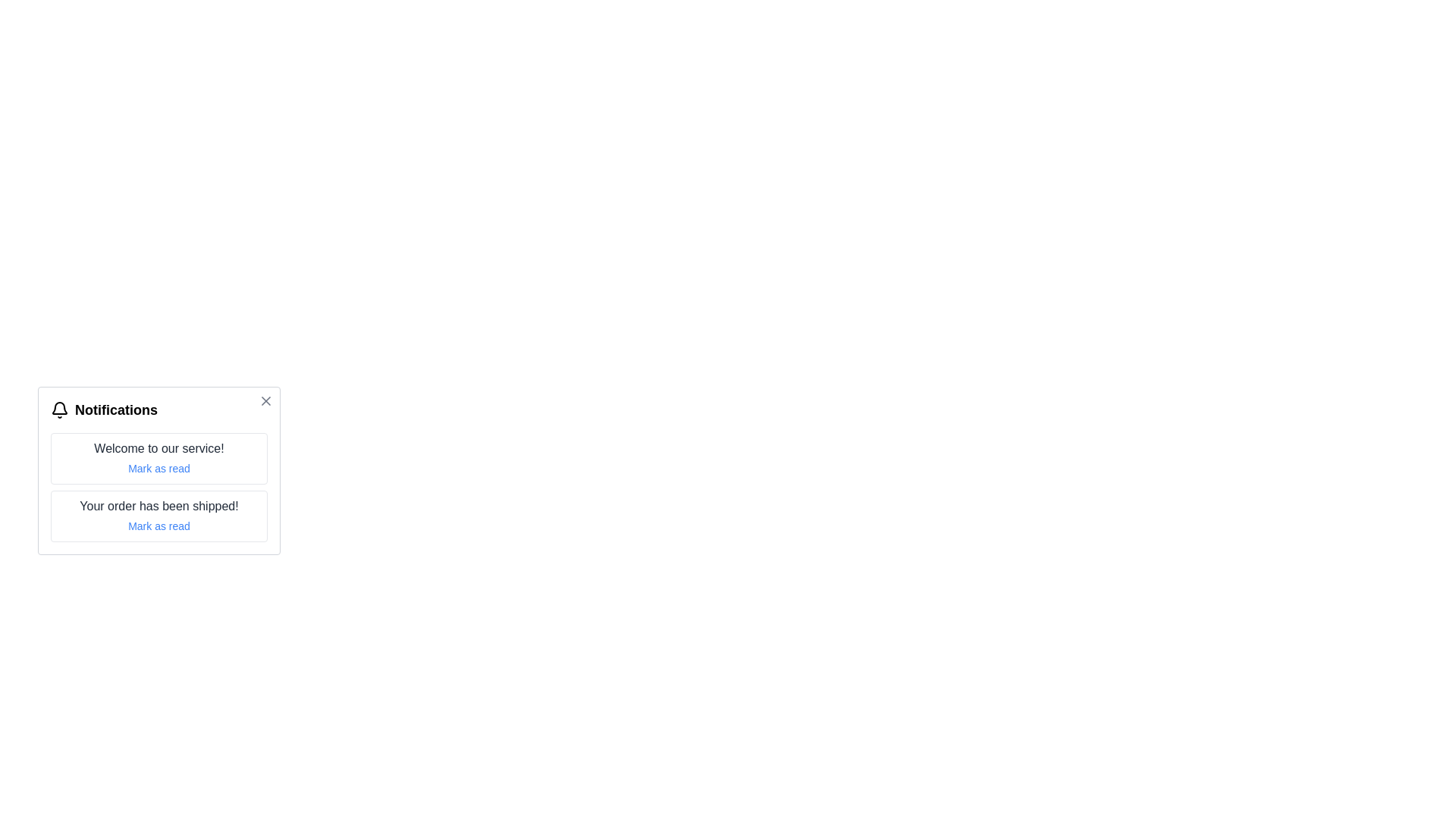 Image resolution: width=1456 pixels, height=819 pixels. Describe the element at coordinates (159, 447) in the screenshot. I see `the text label that states 'Welcome to our service!' which is styled with a dark gray font color and is located in a white, rounded rectangular notification card` at that location.